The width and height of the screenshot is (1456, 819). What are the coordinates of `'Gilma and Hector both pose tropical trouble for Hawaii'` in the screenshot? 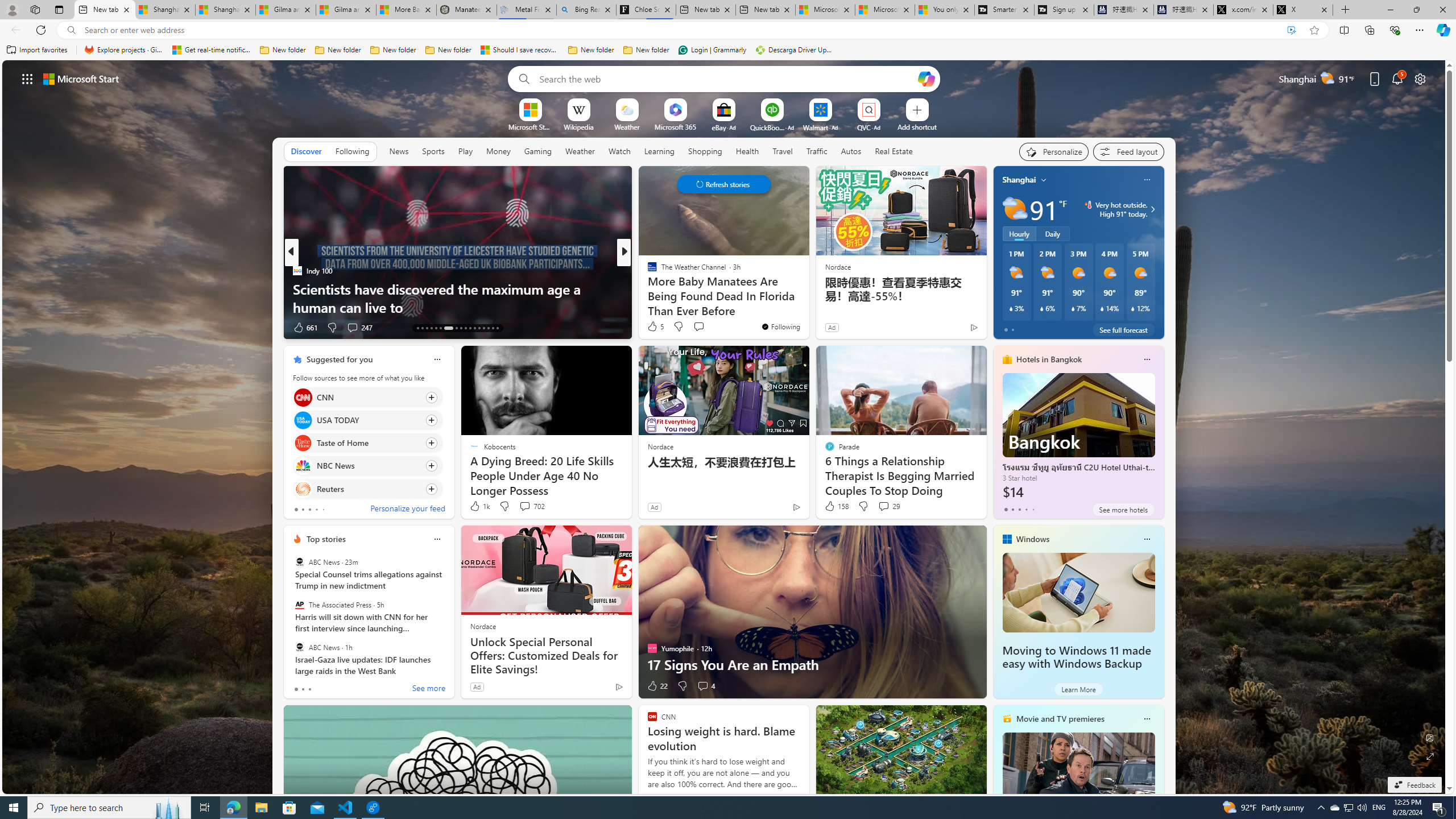 It's located at (346, 9).